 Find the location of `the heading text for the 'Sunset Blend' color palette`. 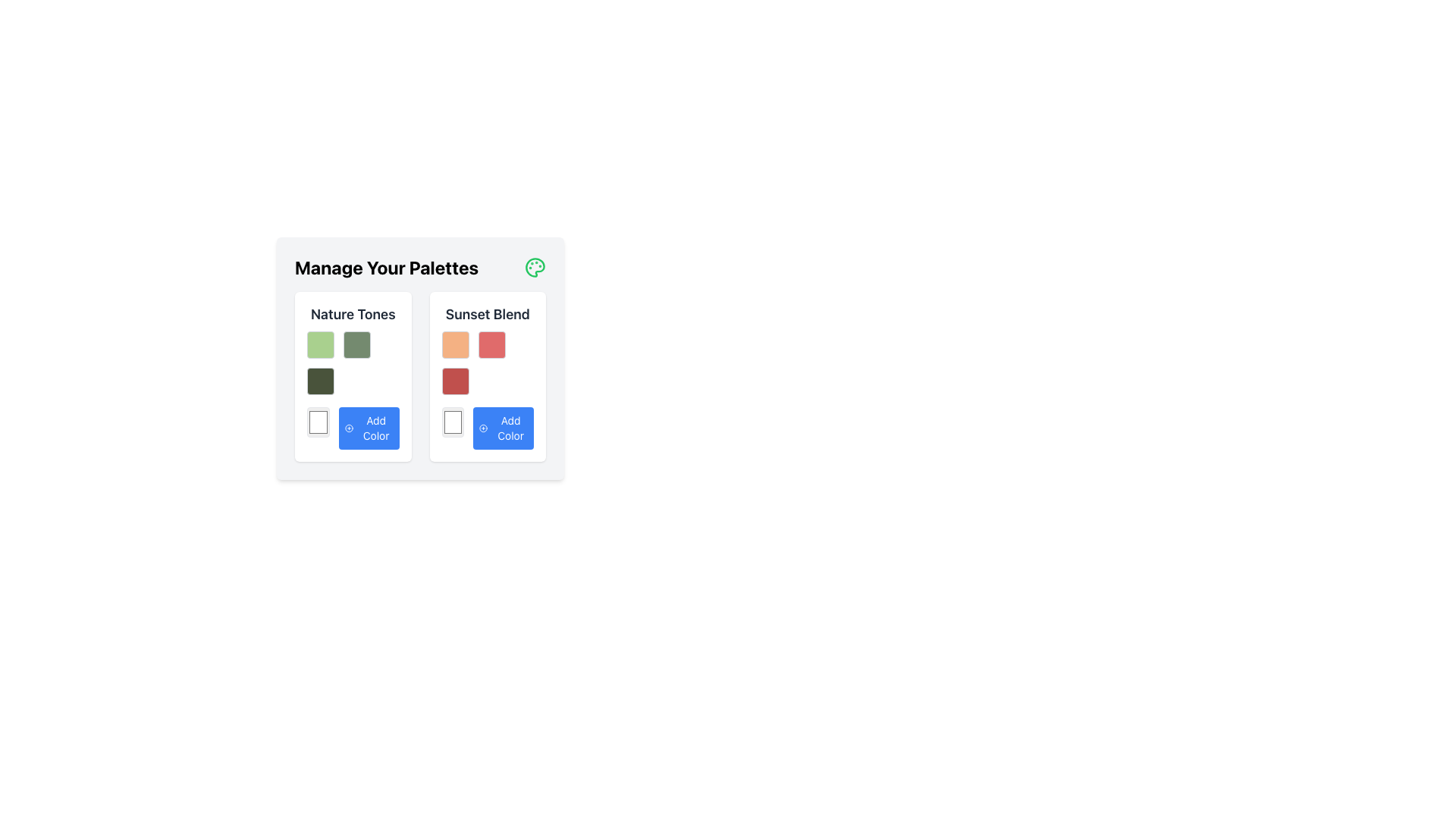

the heading text for the 'Sunset Blend' color palette is located at coordinates (488, 314).